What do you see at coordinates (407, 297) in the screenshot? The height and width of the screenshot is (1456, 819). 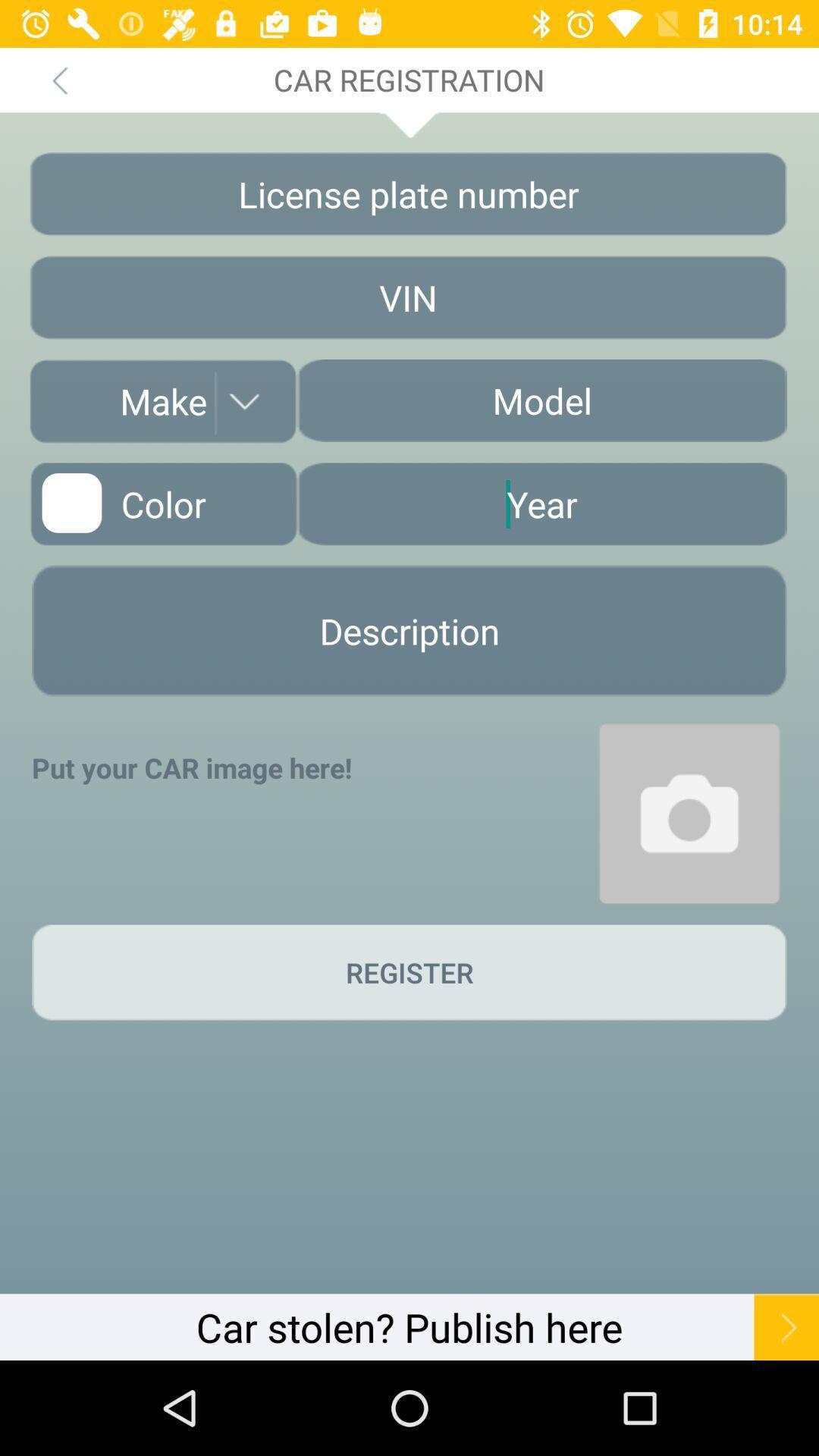 I see `vin` at bounding box center [407, 297].